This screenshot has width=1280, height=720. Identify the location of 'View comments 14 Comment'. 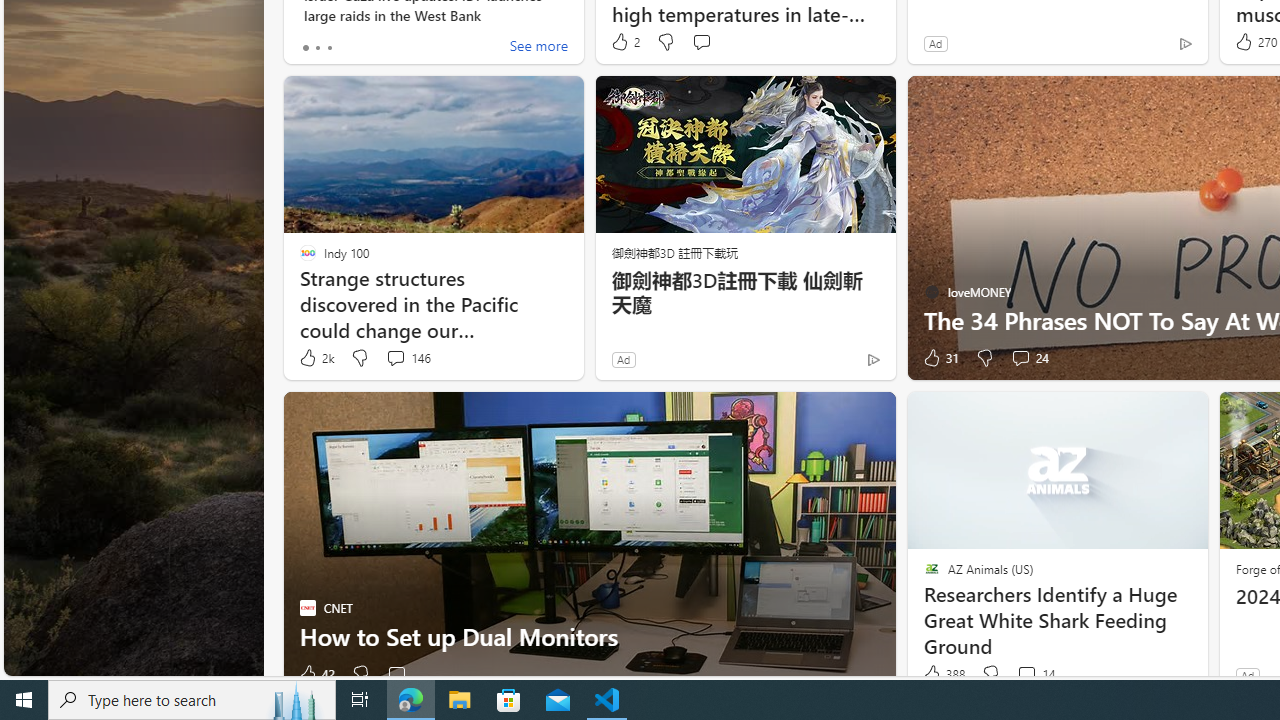
(1035, 674).